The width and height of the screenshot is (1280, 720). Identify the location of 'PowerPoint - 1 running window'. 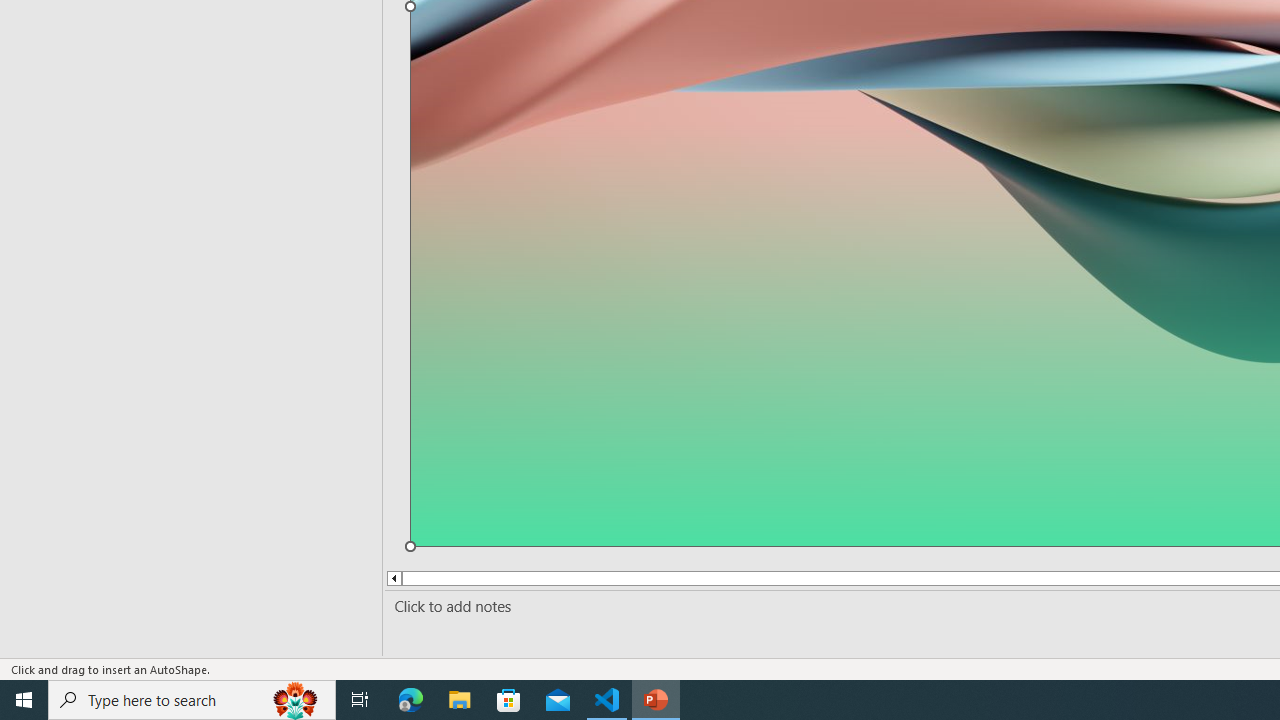
(656, 698).